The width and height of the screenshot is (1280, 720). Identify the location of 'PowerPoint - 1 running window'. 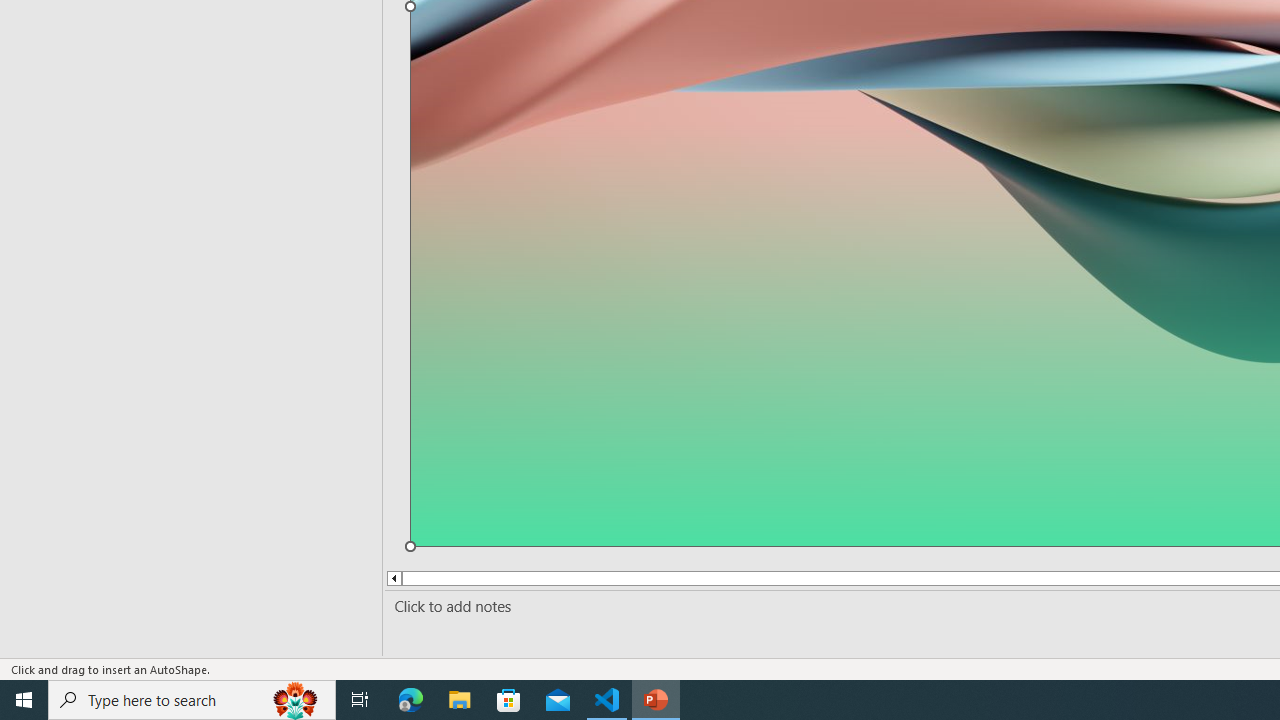
(656, 698).